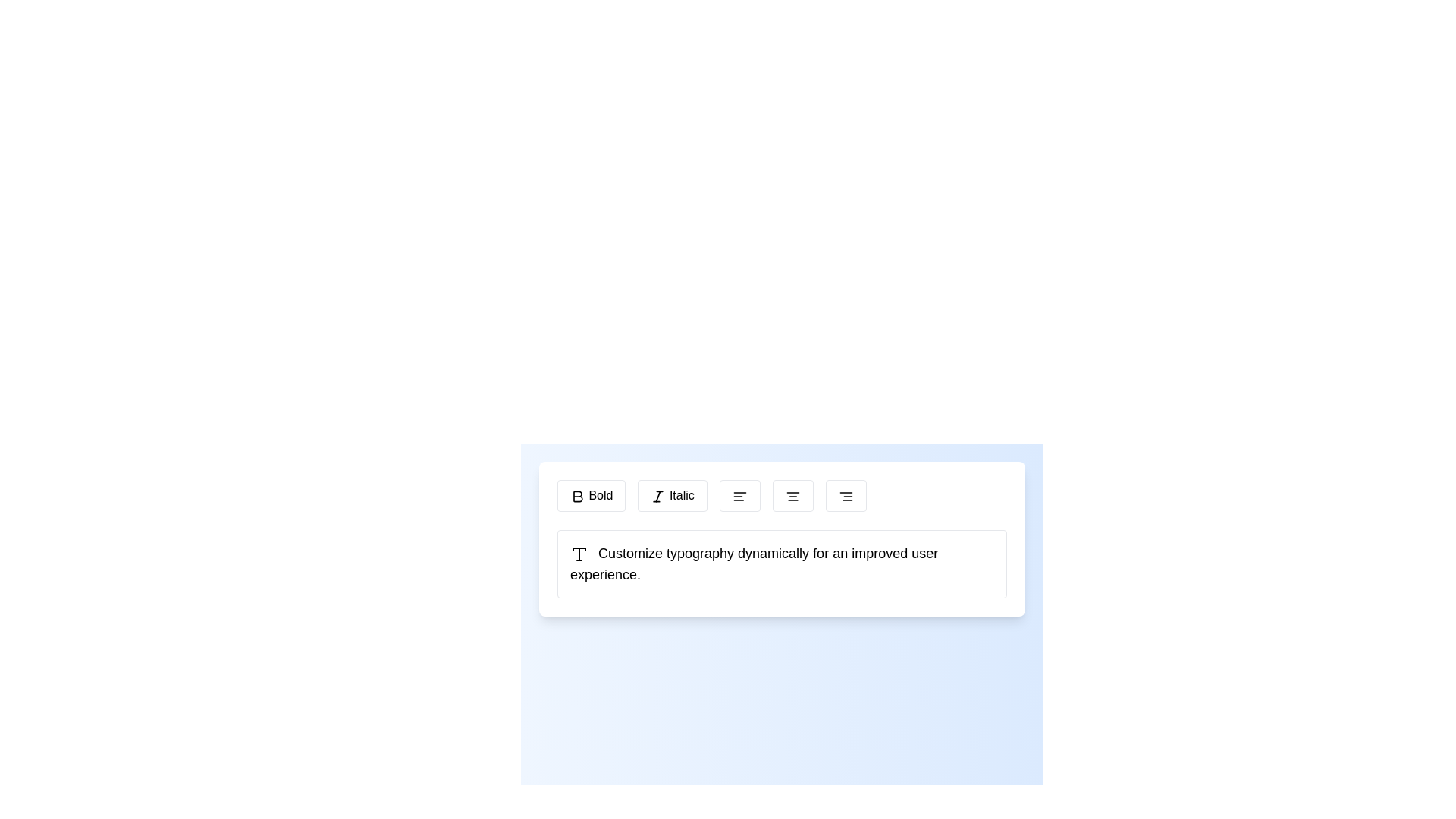 The width and height of the screenshot is (1456, 819). I want to click on the center-alignment button in the toolbar, so click(792, 496).